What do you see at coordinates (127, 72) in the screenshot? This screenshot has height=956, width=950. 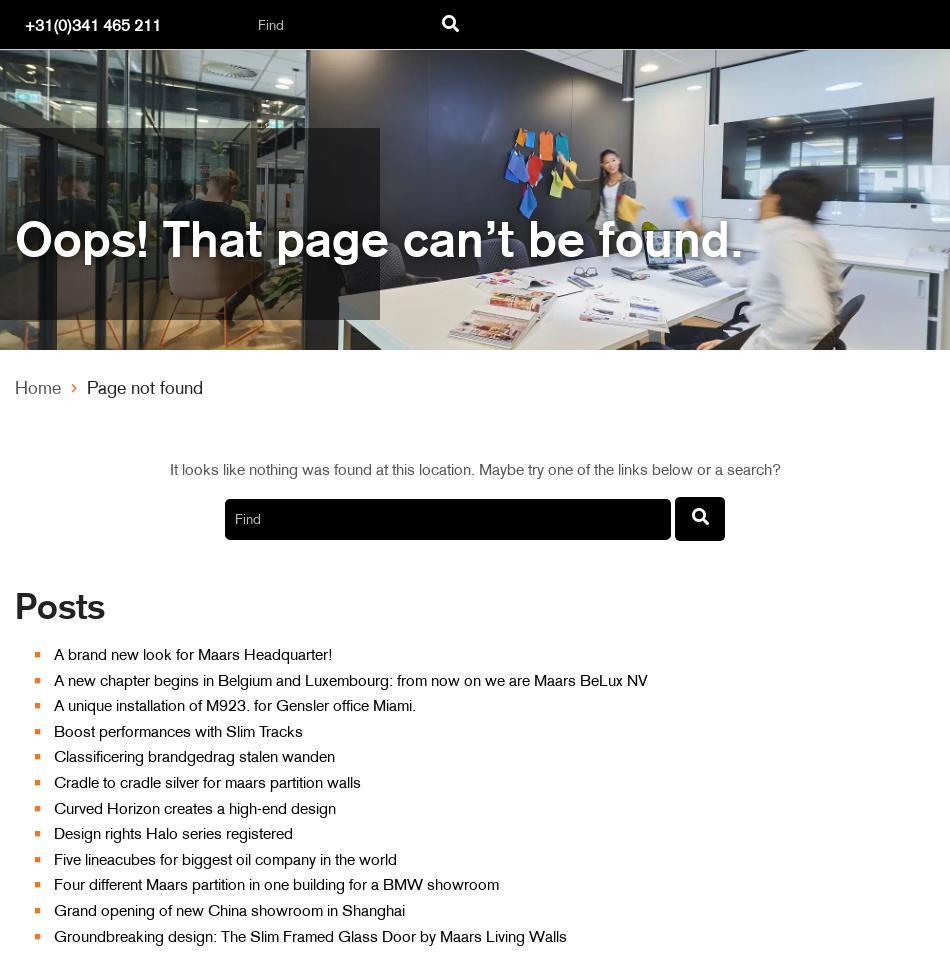 I see `'Information Panorama'` at bounding box center [127, 72].